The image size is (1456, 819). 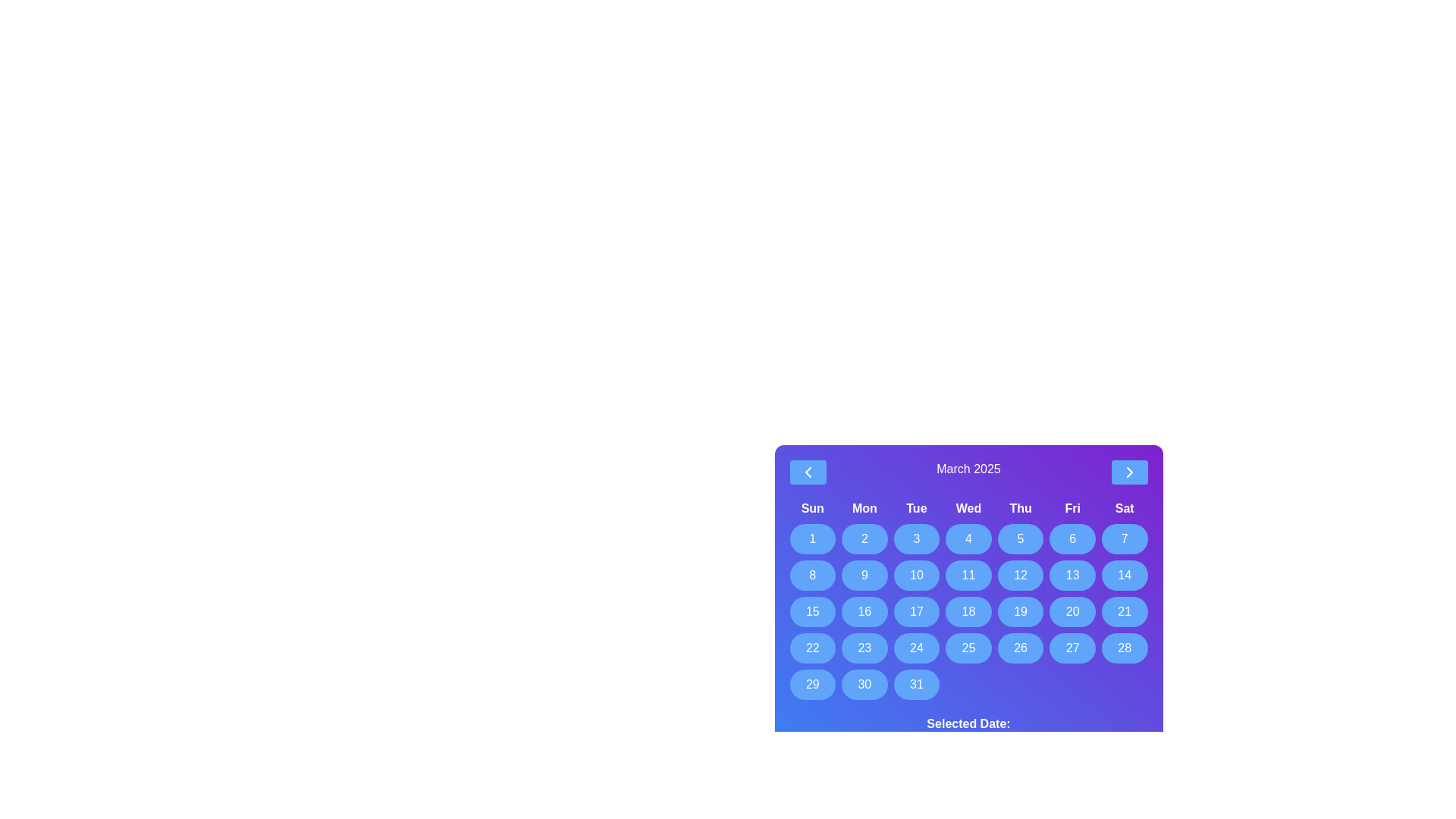 I want to click on the 'Monday' label in the calendar interface, which is the second item in the row of weekday names, so click(x=864, y=509).